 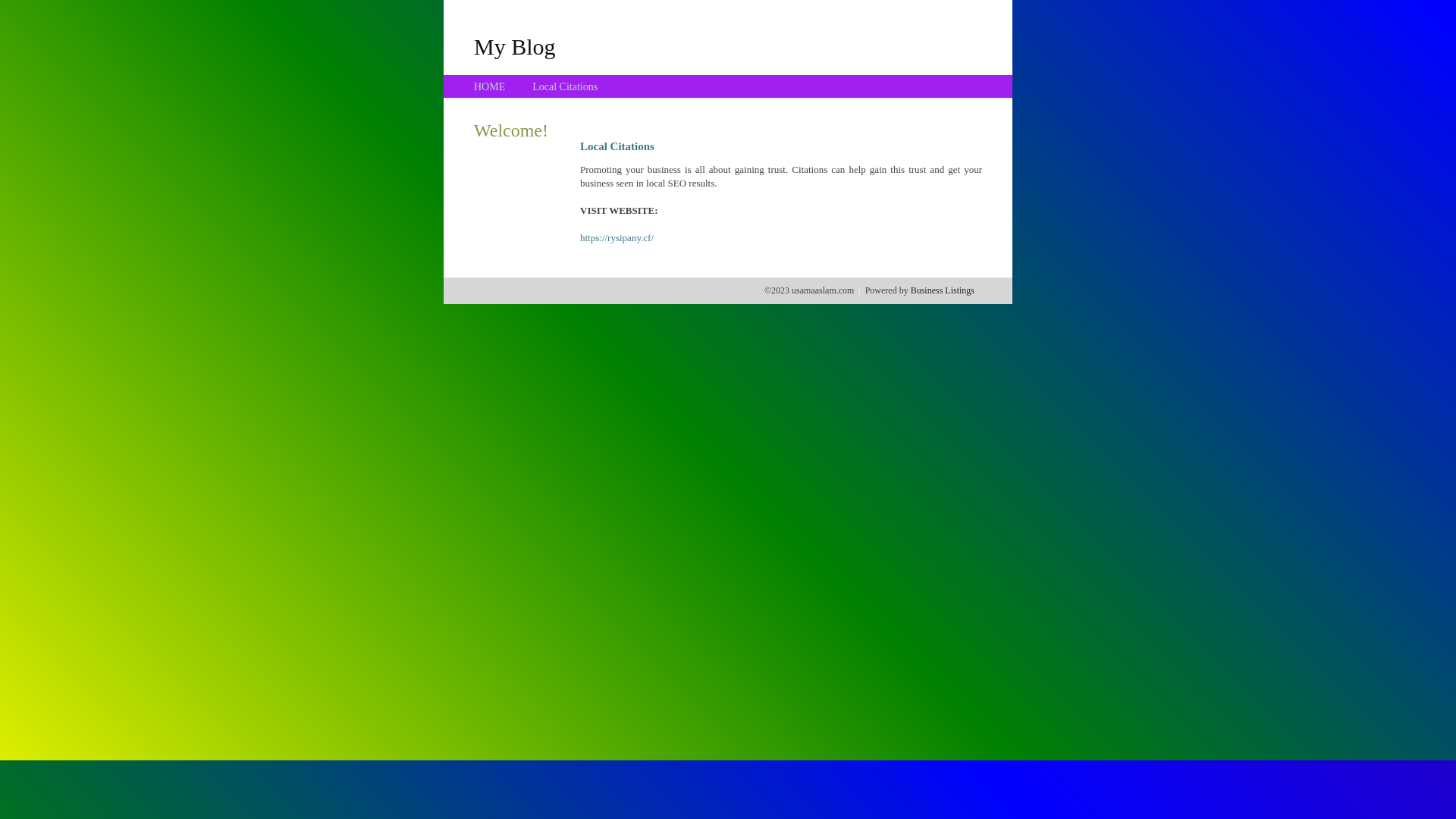 What do you see at coordinates (563, 86) in the screenshot?
I see `'Local Citations'` at bounding box center [563, 86].